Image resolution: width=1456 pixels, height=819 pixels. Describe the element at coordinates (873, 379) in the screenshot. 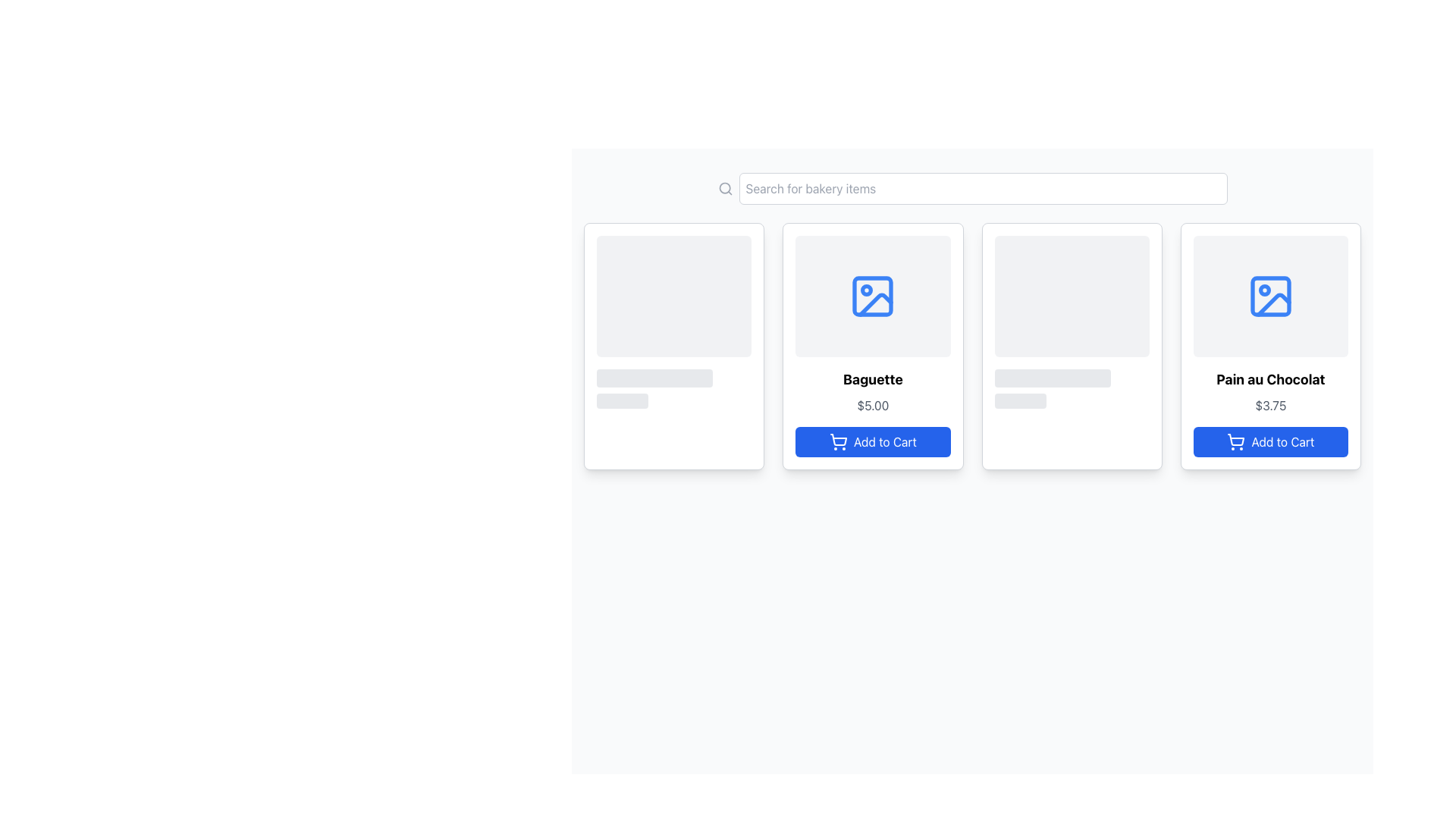

I see `product name 'Baguette' from the bold text label positioned centrally in the second product card above the price tag and 'Add to Cart' button` at that location.